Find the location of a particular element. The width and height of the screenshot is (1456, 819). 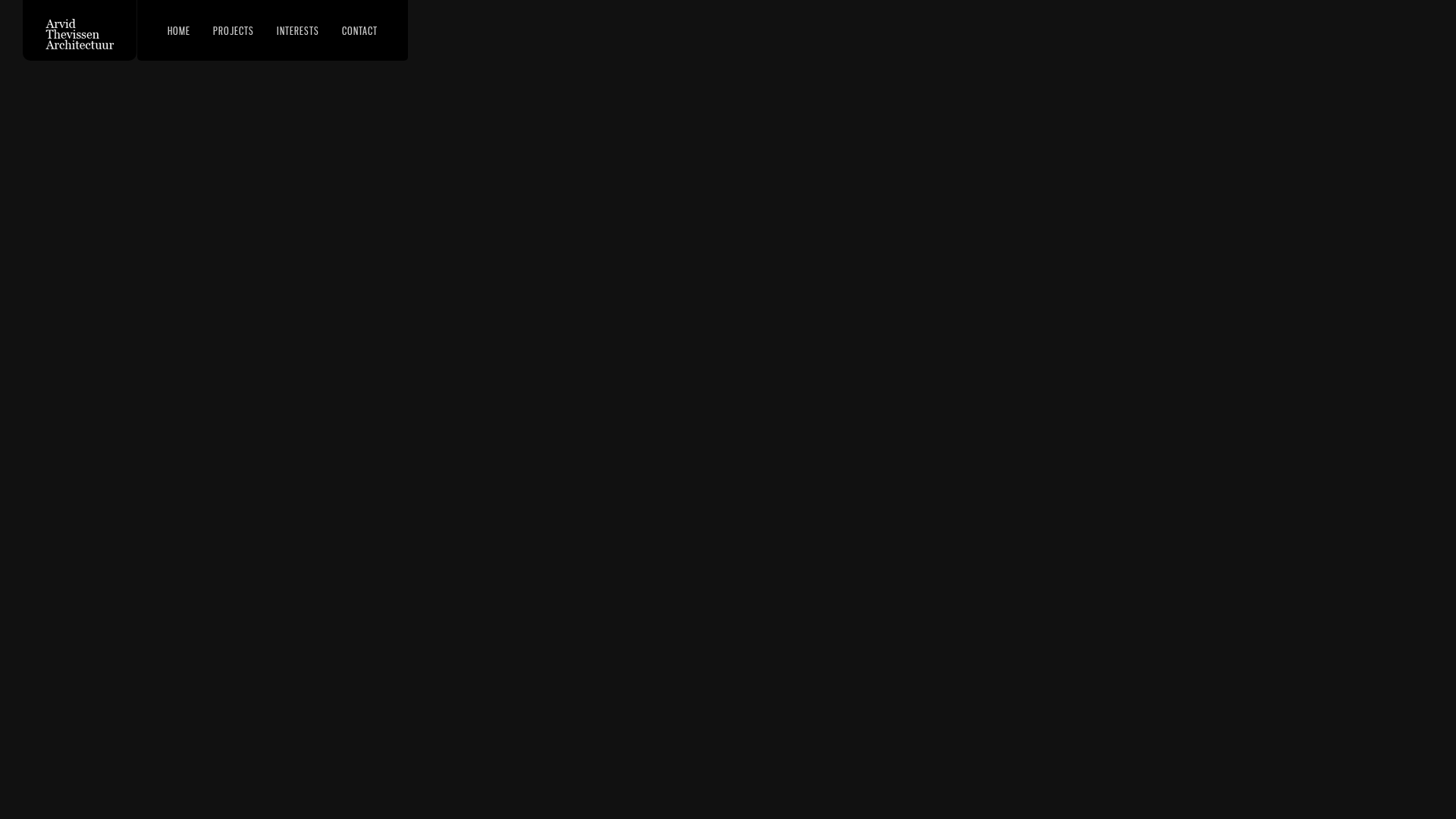

'PROJECTS' is located at coordinates (232, 29).